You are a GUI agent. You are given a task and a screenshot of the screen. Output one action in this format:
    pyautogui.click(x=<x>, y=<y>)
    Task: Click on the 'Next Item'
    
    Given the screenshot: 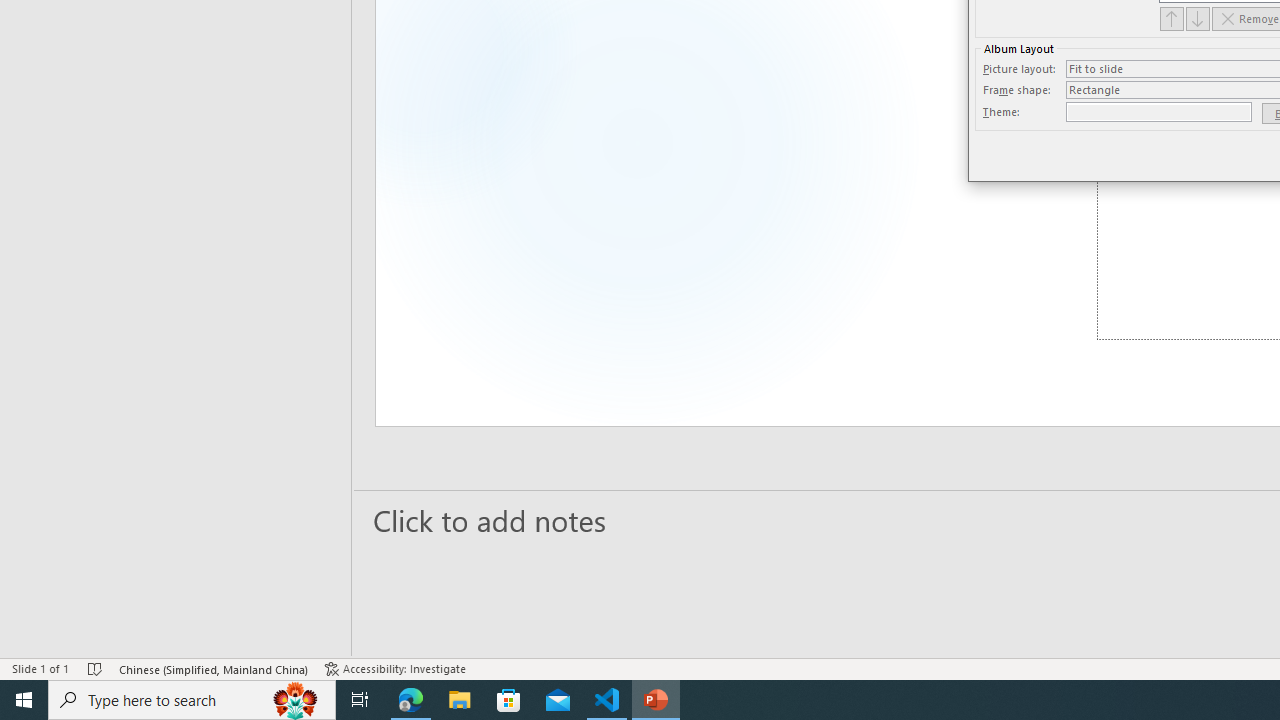 What is the action you would take?
    pyautogui.click(x=1198, y=18)
    